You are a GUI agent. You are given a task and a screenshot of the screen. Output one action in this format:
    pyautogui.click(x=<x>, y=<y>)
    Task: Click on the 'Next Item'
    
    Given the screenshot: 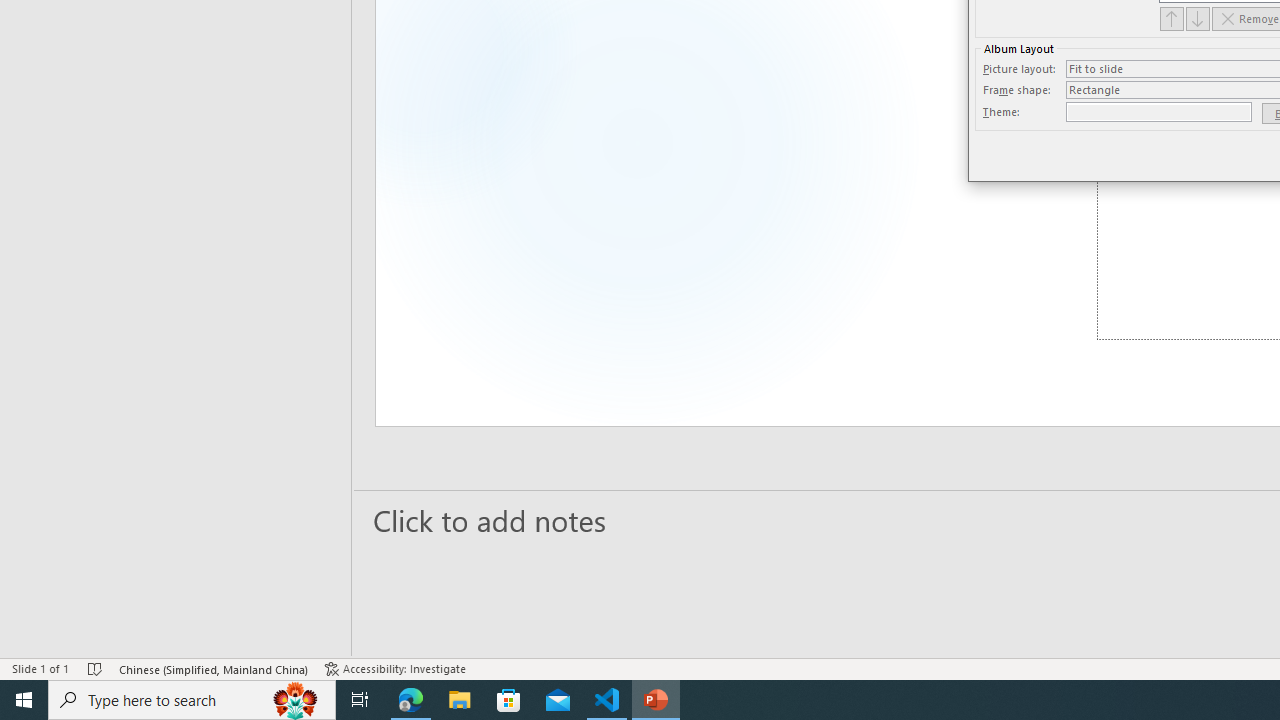 What is the action you would take?
    pyautogui.click(x=1198, y=18)
    